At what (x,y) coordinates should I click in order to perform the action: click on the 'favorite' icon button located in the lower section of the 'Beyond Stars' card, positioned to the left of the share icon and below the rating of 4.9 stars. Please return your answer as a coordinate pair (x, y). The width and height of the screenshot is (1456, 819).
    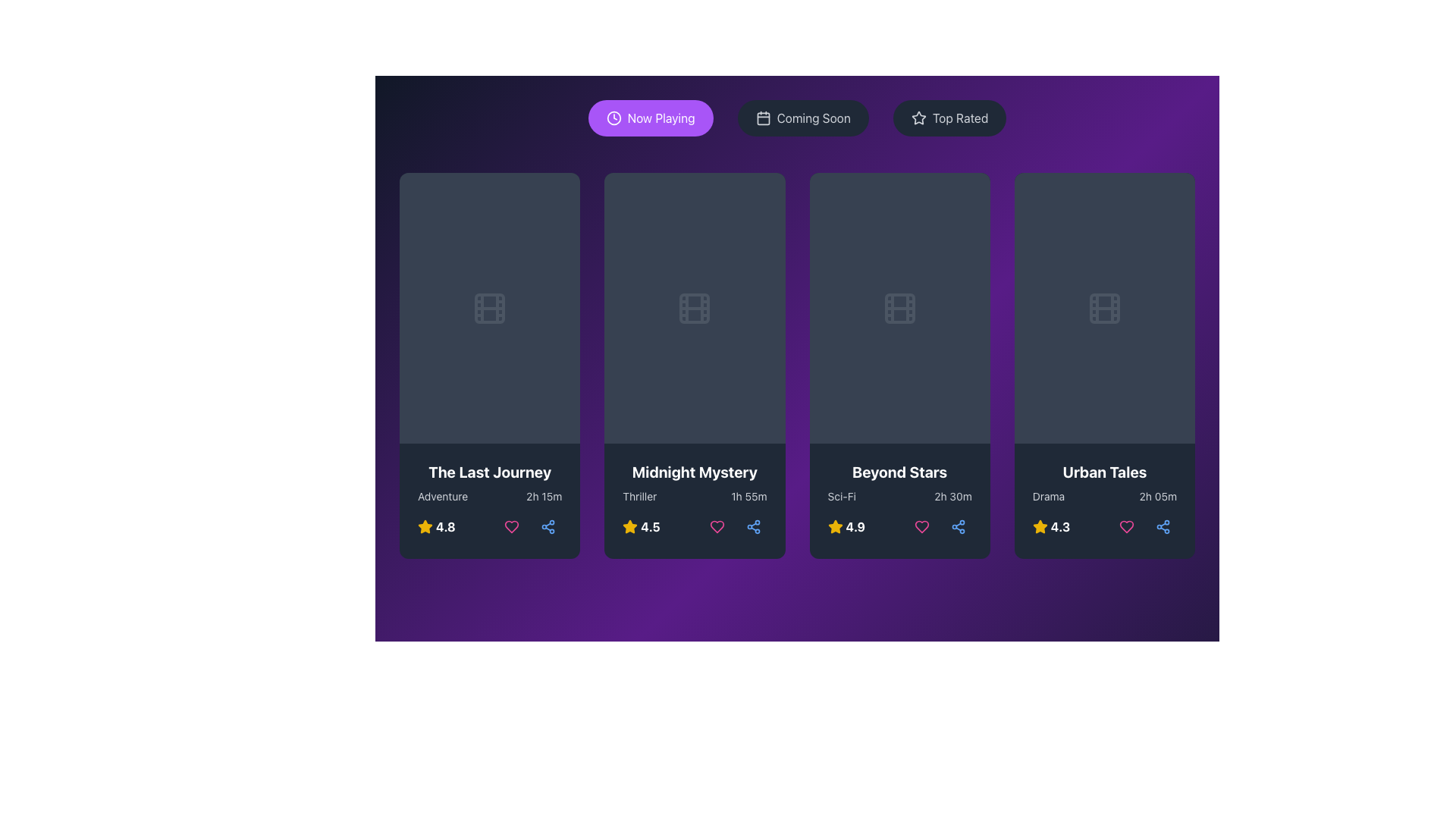
    Looking at the image, I should click on (921, 526).